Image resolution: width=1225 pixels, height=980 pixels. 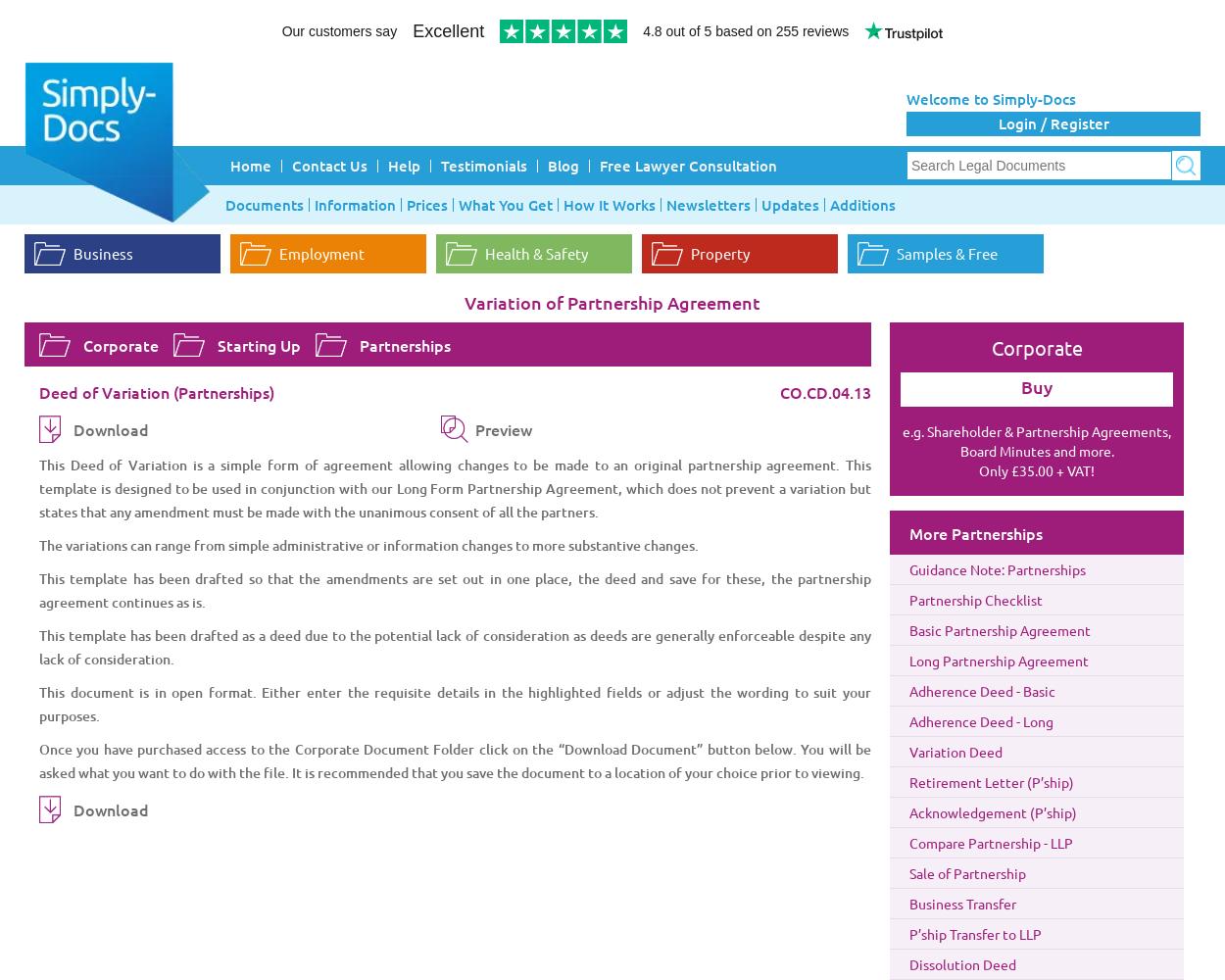 I want to click on 'Basic Partnership Agreement', so click(x=908, y=630).